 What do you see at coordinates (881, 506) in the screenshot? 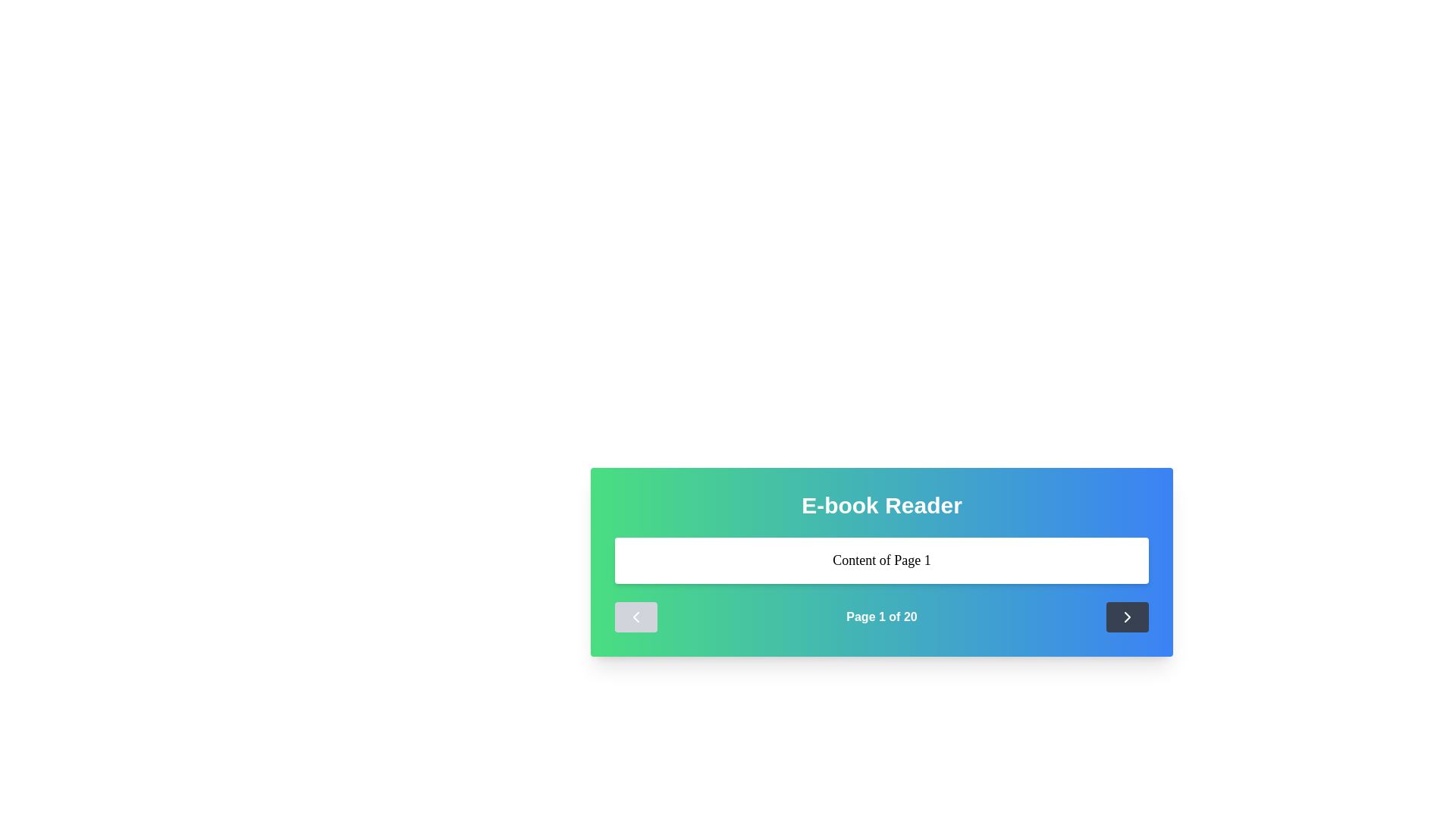
I see `the title text element located at the top center of the rounded, gradient-background panel, which indicates the purpose of the panel below` at bounding box center [881, 506].